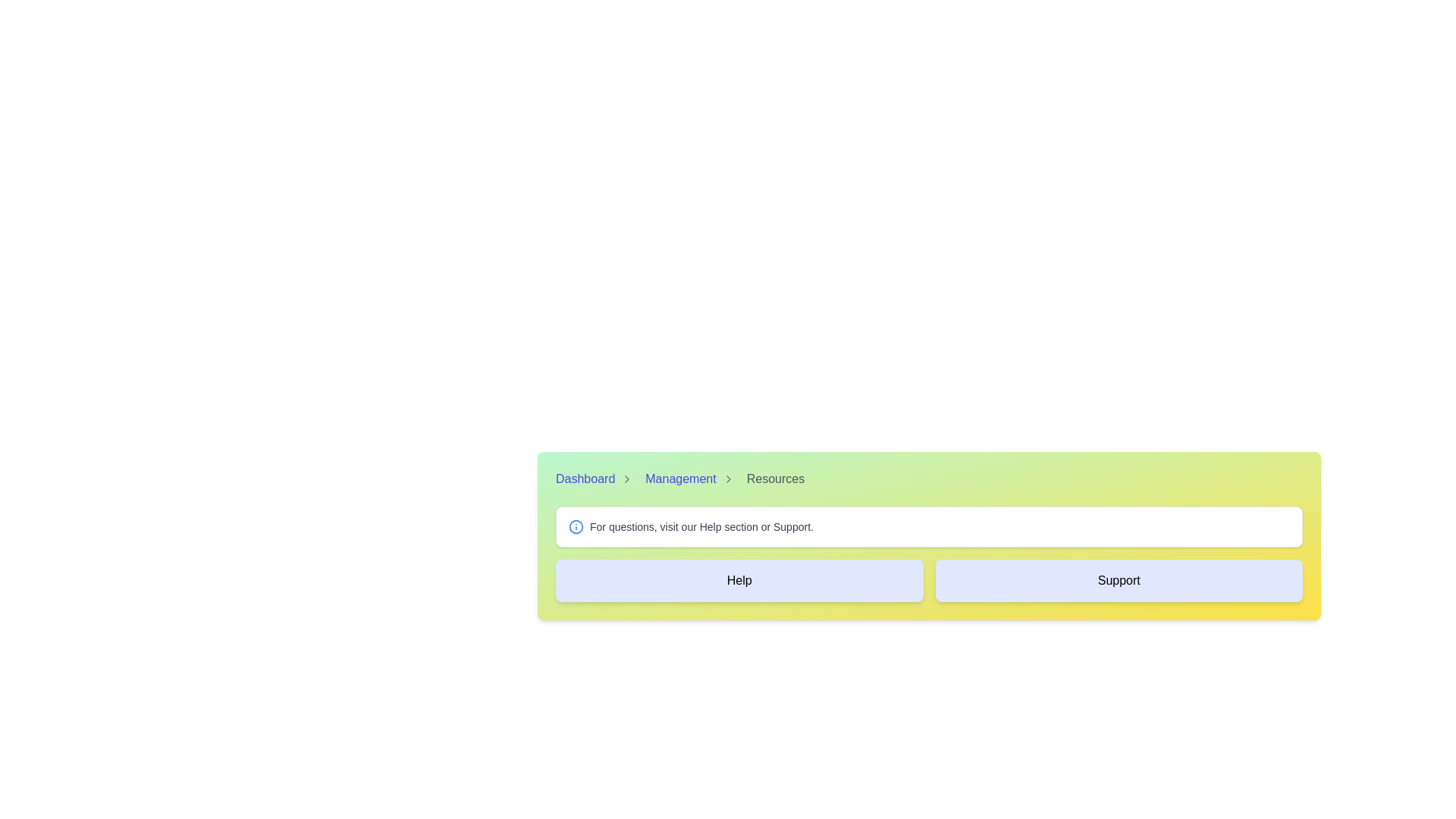 This screenshot has height=819, width=1456. Describe the element at coordinates (575, 526) in the screenshot. I see `the small circular blue outlined icon with an 'i' inside it, located to the left of the text 'For questions, visit our Help section or Support.'` at that location.